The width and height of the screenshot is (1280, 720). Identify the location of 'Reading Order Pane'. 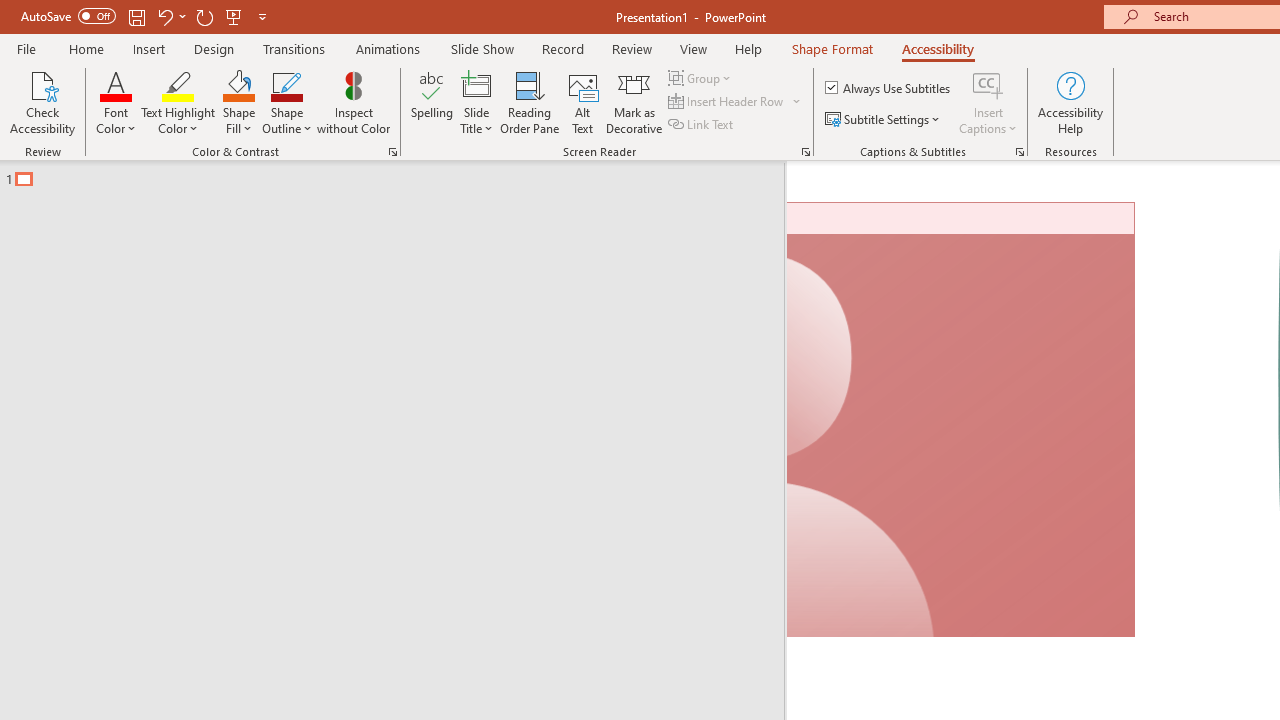
(529, 103).